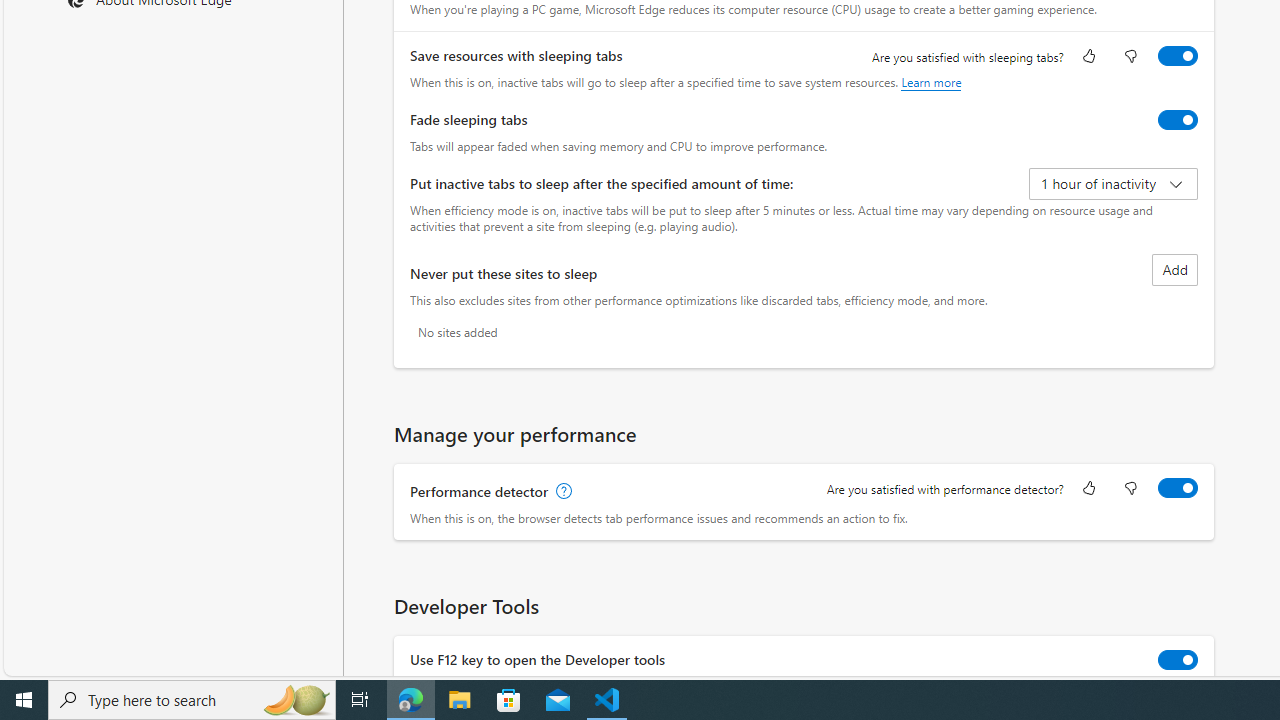  Describe the element at coordinates (24, 698) in the screenshot. I see `'Start'` at that location.